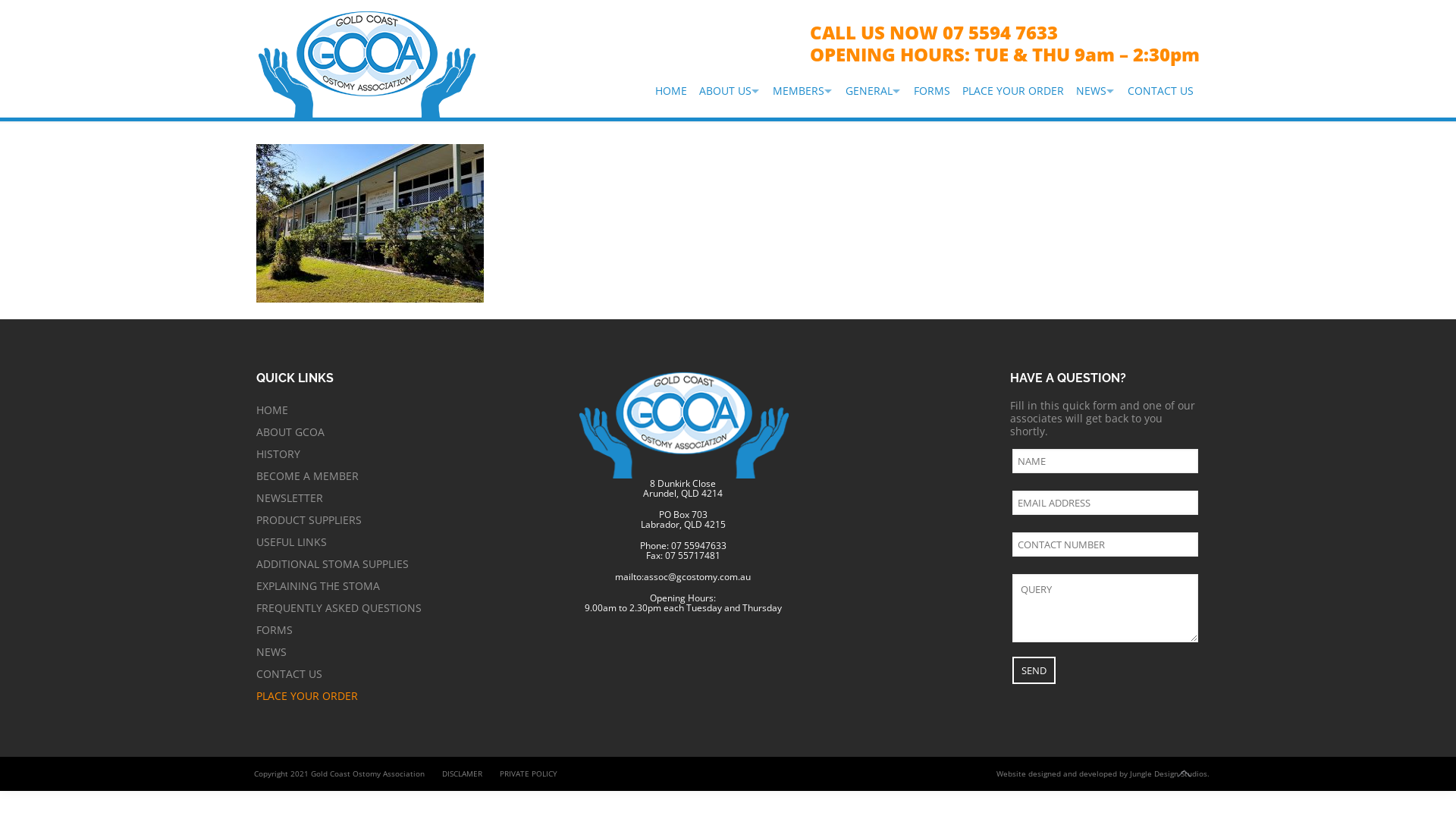  Describe the element at coordinates (461, 773) in the screenshot. I see `'DISCLAMER'` at that location.